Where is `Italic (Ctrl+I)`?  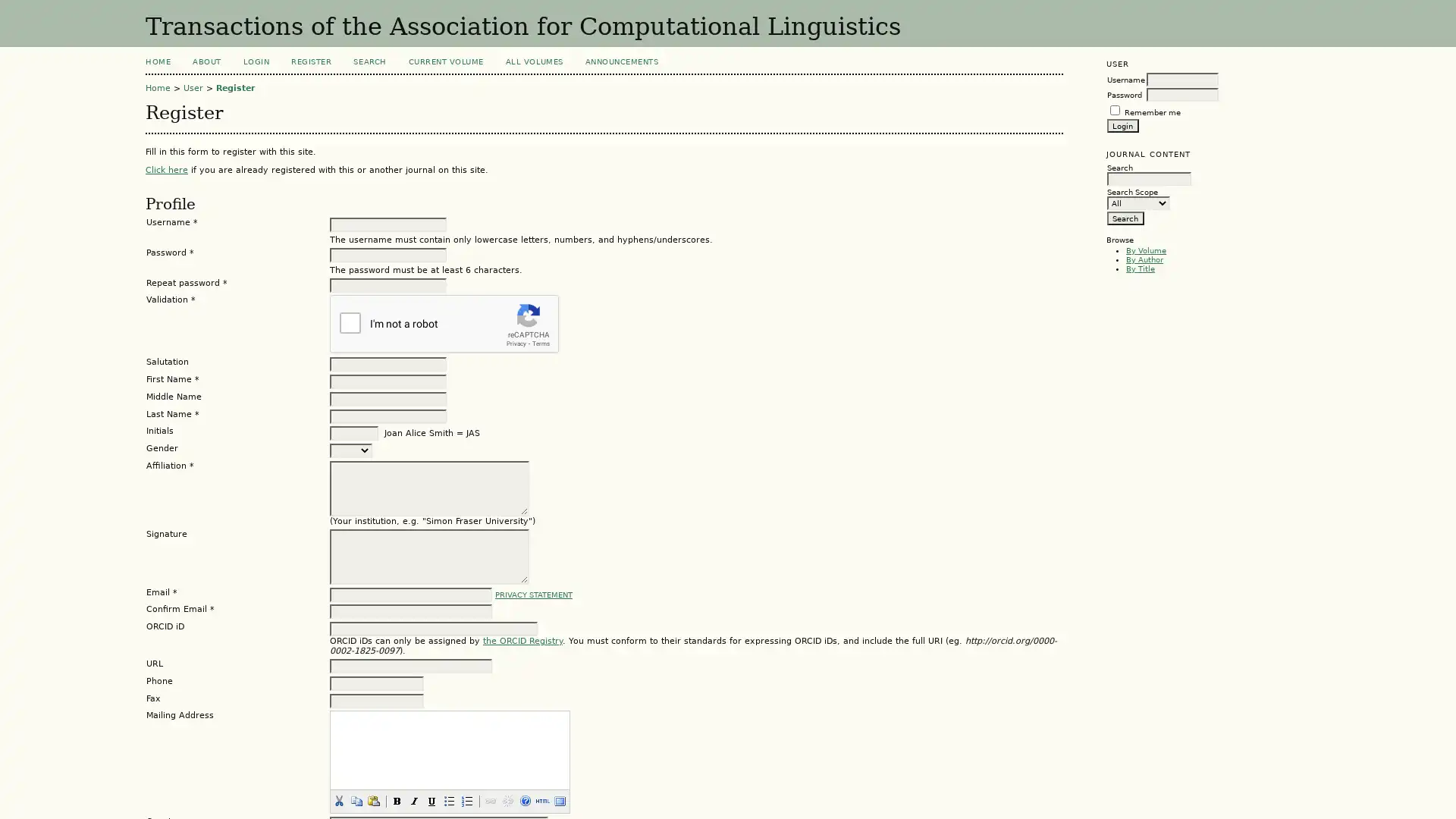 Italic (Ctrl+I) is located at coordinates (414, 800).